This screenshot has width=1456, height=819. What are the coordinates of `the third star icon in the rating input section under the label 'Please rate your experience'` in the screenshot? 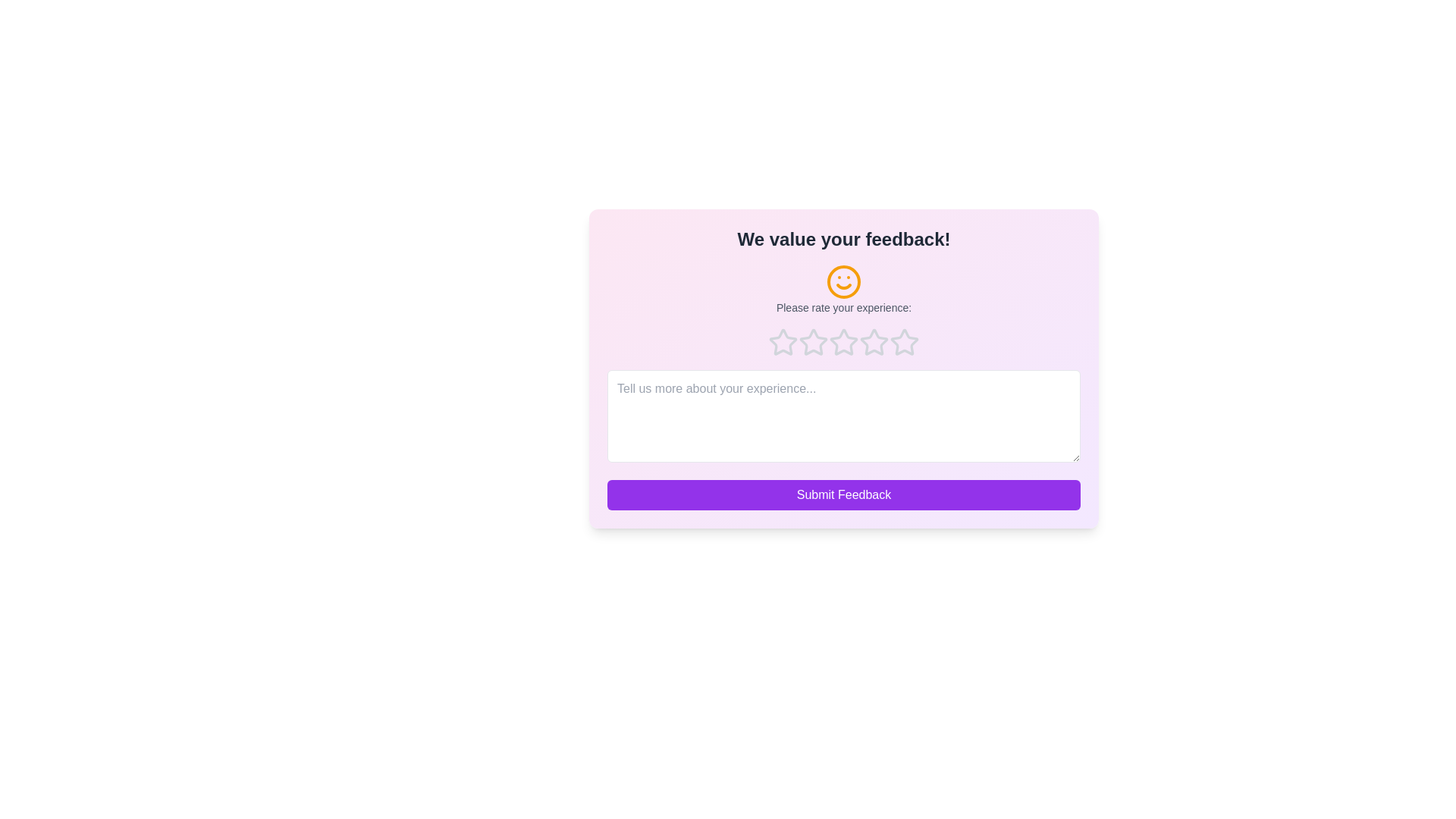 It's located at (843, 342).